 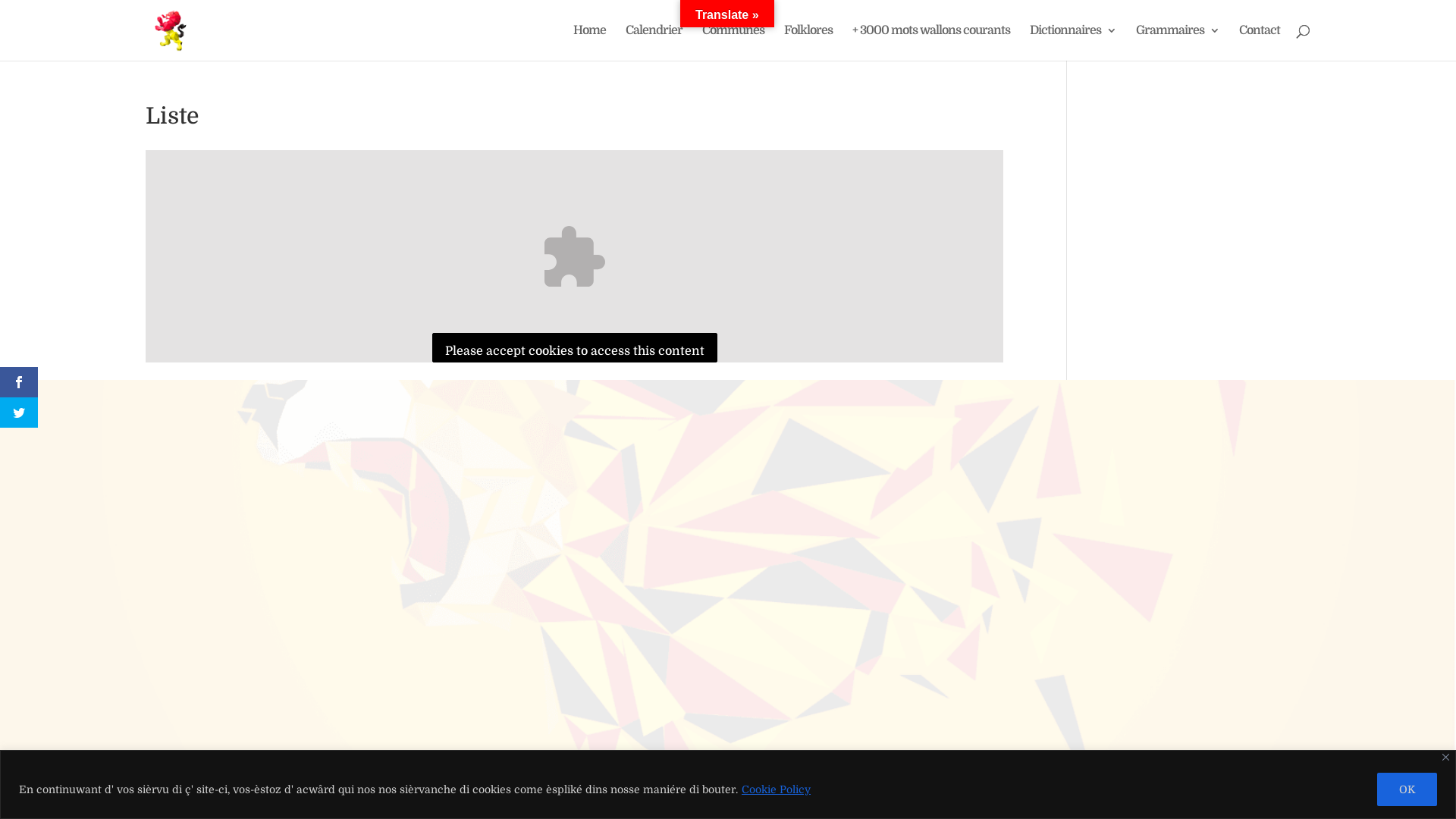 What do you see at coordinates (733, 42) in the screenshot?
I see `'Communes'` at bounding box center [733, 42].